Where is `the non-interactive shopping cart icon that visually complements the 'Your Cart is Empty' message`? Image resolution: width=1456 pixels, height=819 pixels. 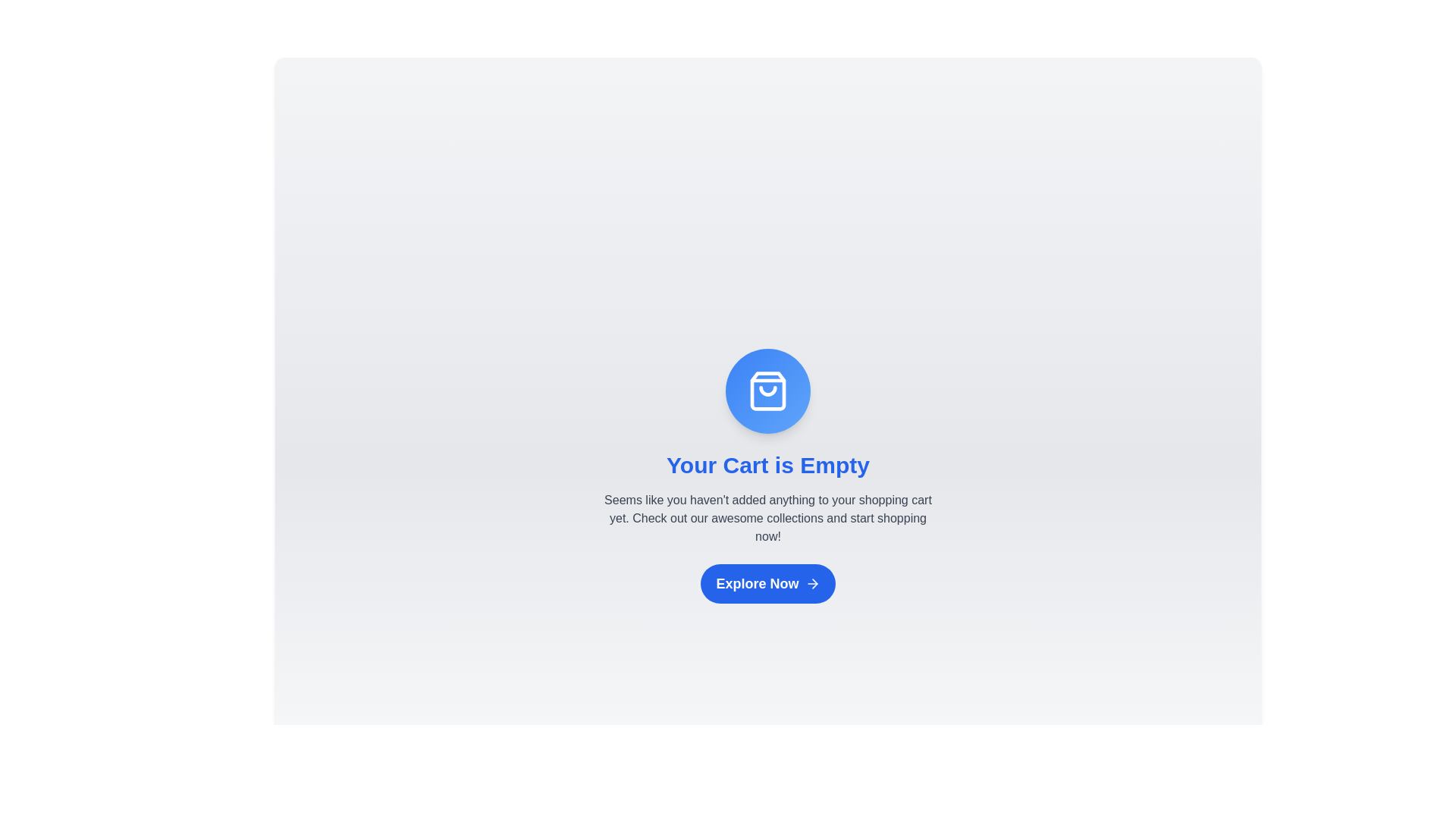 the non-interactive shopping cart icon that visually complements the 'Your Cart is Empty' message is located at coordinates (767, 391).